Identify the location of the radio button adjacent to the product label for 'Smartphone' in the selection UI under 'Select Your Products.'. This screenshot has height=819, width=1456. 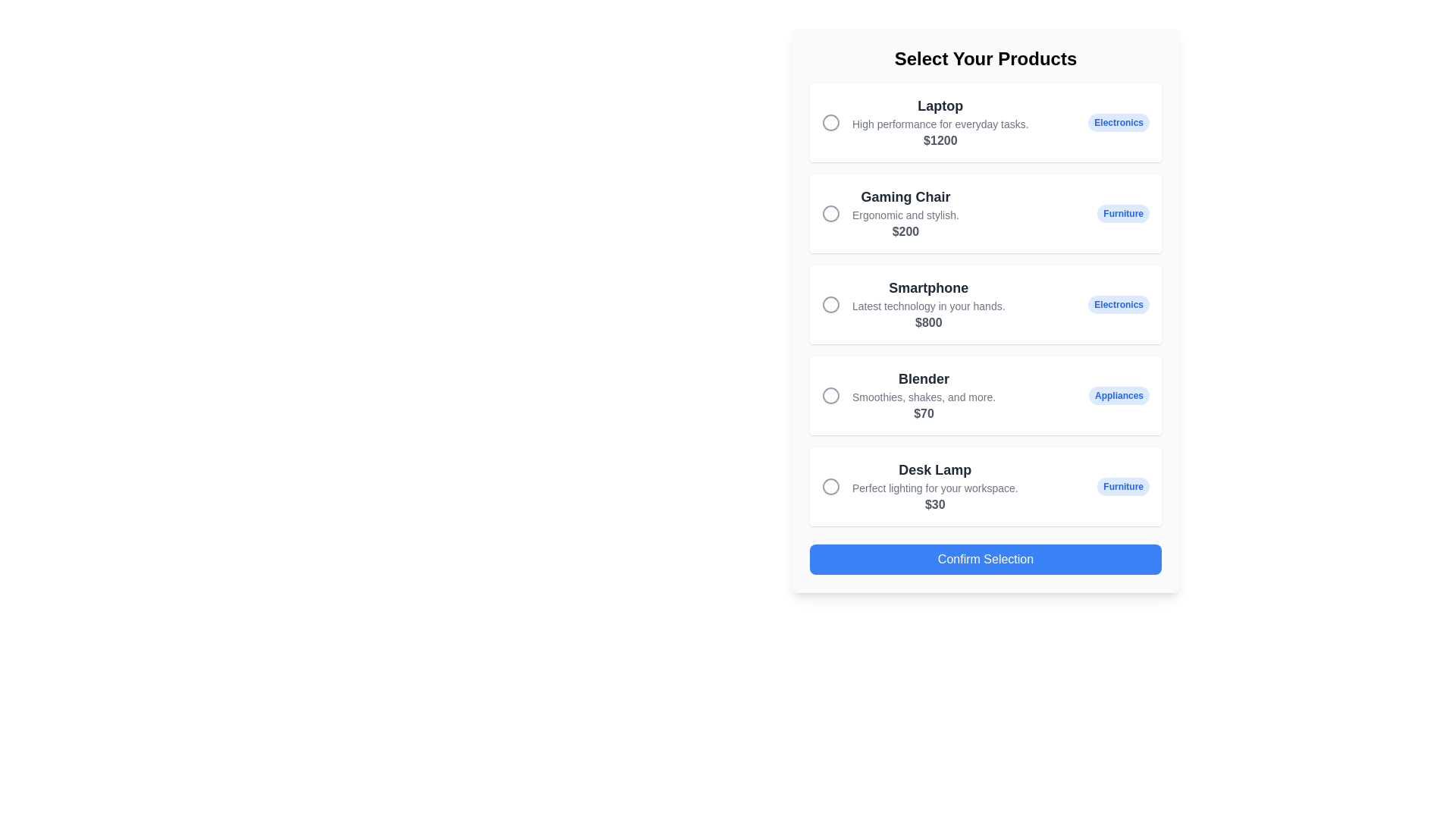
(927, 304).